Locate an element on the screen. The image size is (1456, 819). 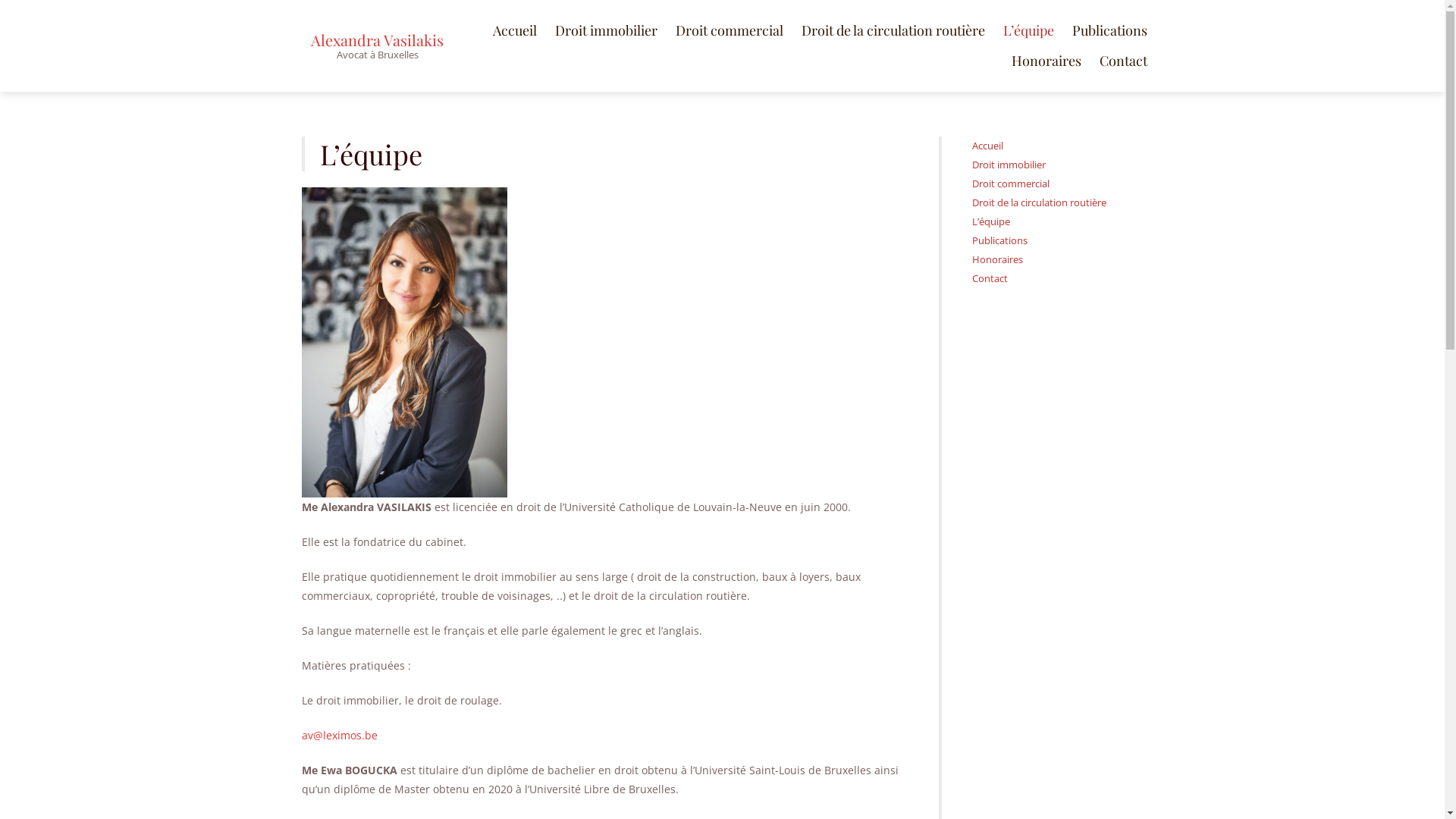
'Droit commercial' is located at coordinates (728, 30).